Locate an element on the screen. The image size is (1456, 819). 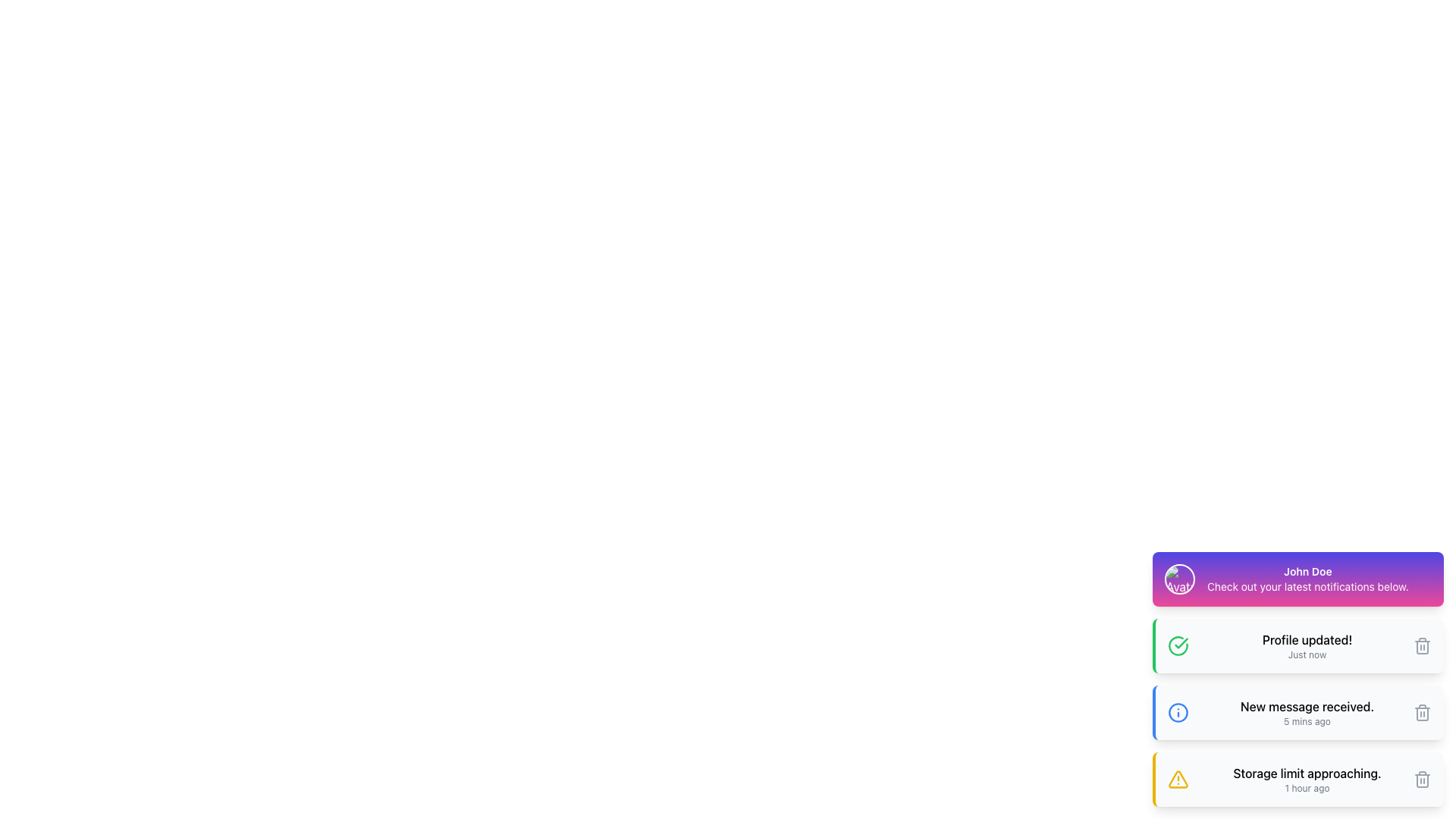
the text area that displays the message 'New message received.' with a timestamp '5 mins ago' in a light gray background, located in the second notification card is located at coordinates (1306, 713).